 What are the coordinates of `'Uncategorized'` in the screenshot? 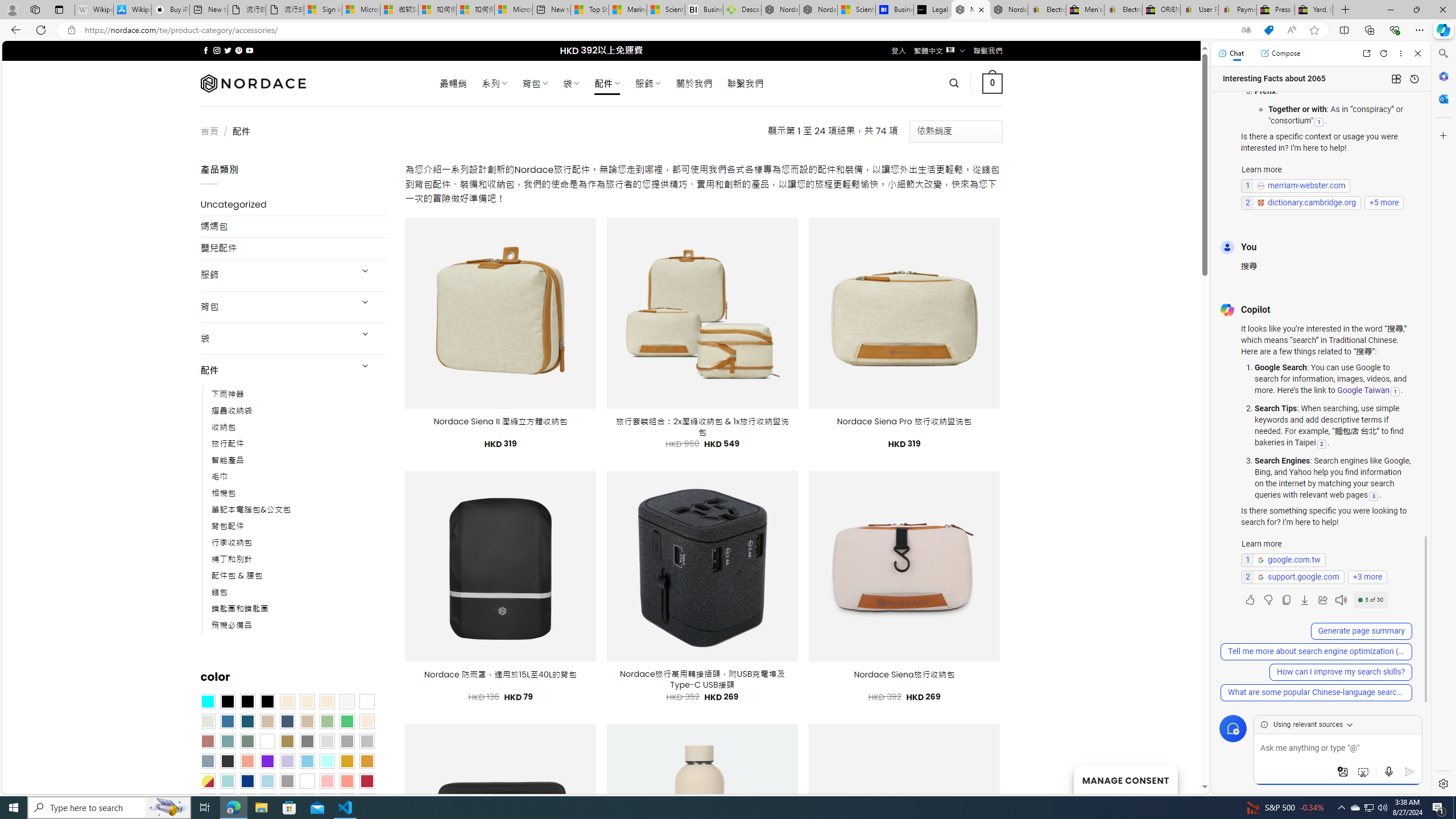 It's located at (294, 205).